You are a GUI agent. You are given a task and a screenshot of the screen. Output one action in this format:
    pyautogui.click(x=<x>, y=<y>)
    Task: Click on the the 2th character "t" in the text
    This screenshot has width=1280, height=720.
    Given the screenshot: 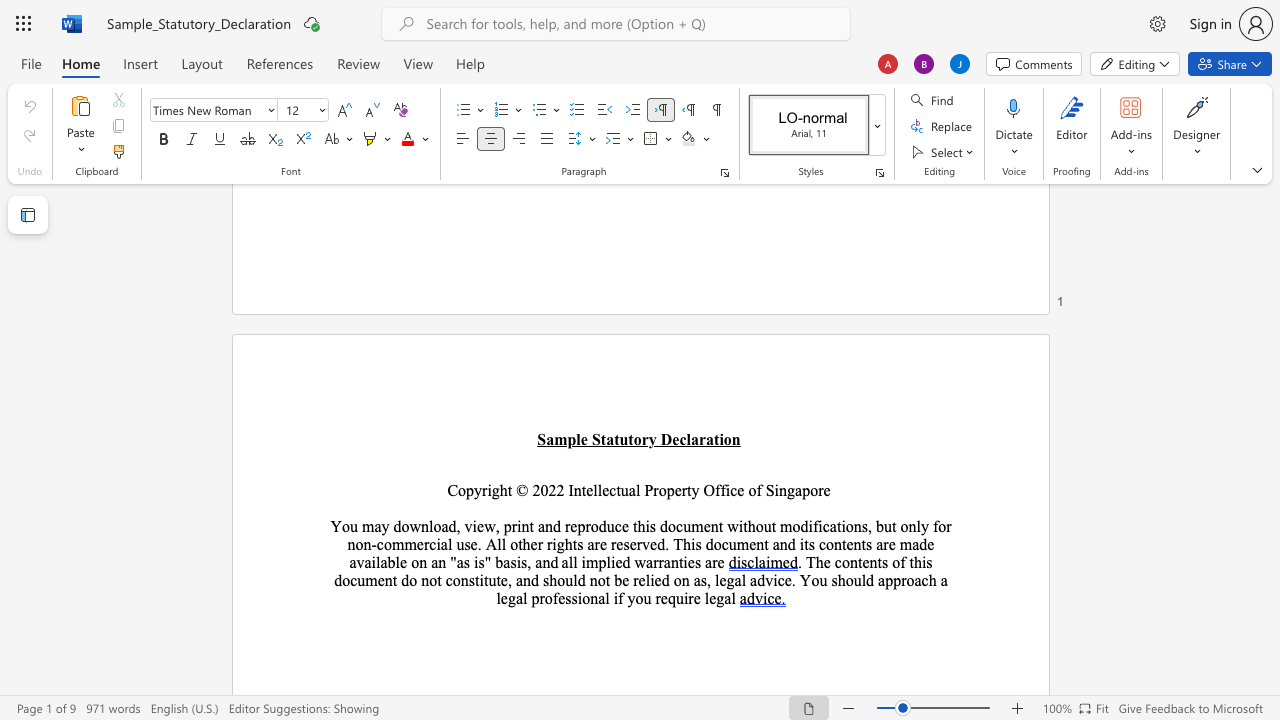 What is the action you would take?
    pyautogui.click(x=476, y=580)
    